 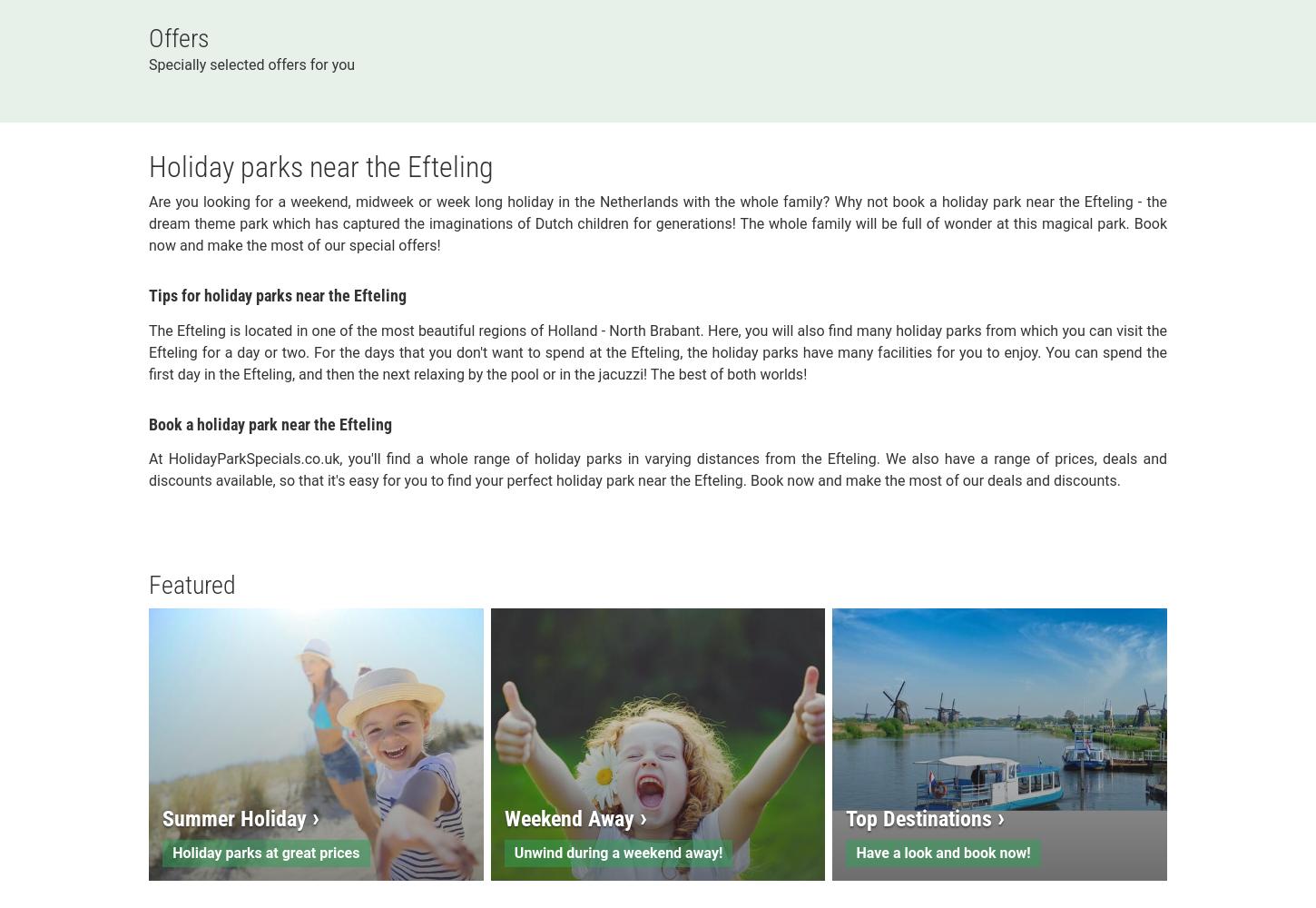 What do you see at coordinates (277, 294) in the screenshot?
I see `'Tips for holiday parks near the Efteling'` at bounding box center [277, 294].